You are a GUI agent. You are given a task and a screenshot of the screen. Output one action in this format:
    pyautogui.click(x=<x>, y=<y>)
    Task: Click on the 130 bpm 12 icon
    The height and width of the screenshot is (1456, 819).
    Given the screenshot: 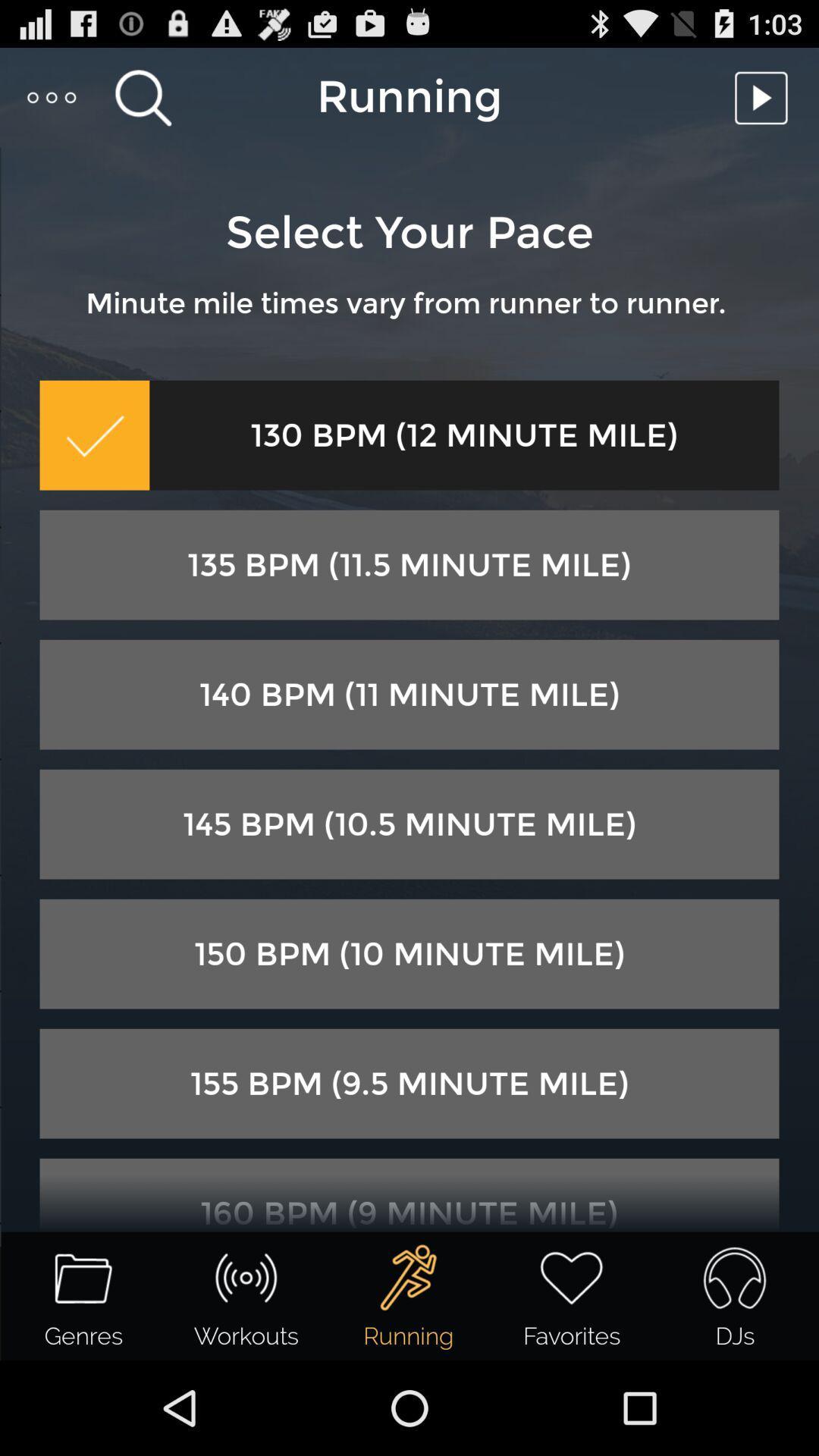 What is the action you would take?
    pyautogui.click(x=463, y=435)
    